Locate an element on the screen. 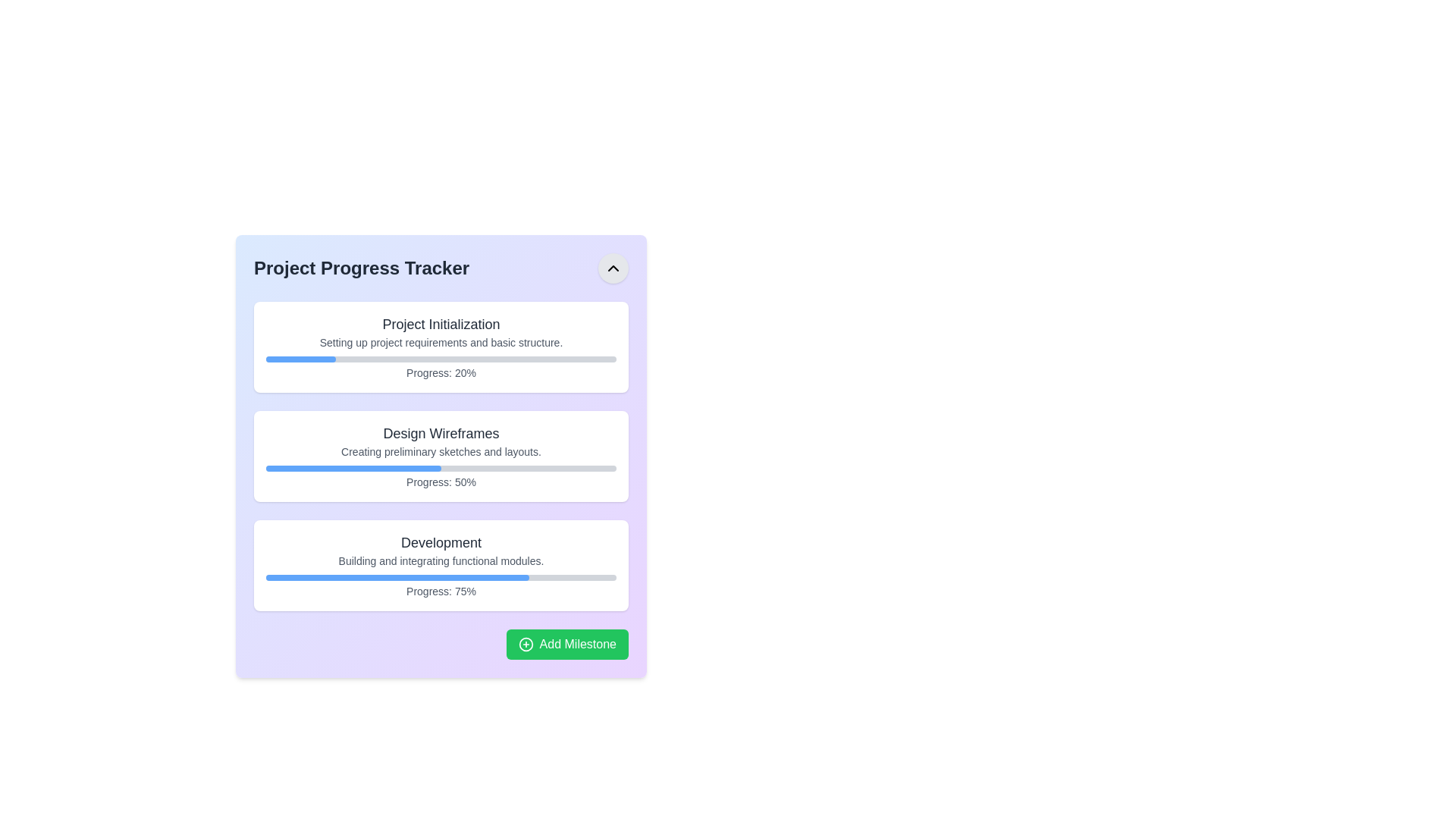 Image resolution: width=1456 pixels, height=819 pixels. the interactive button located at the far right of the title bar labeled 'Project Progress Tracker' to initiate the collapse action is located at coordinates (613, 268).